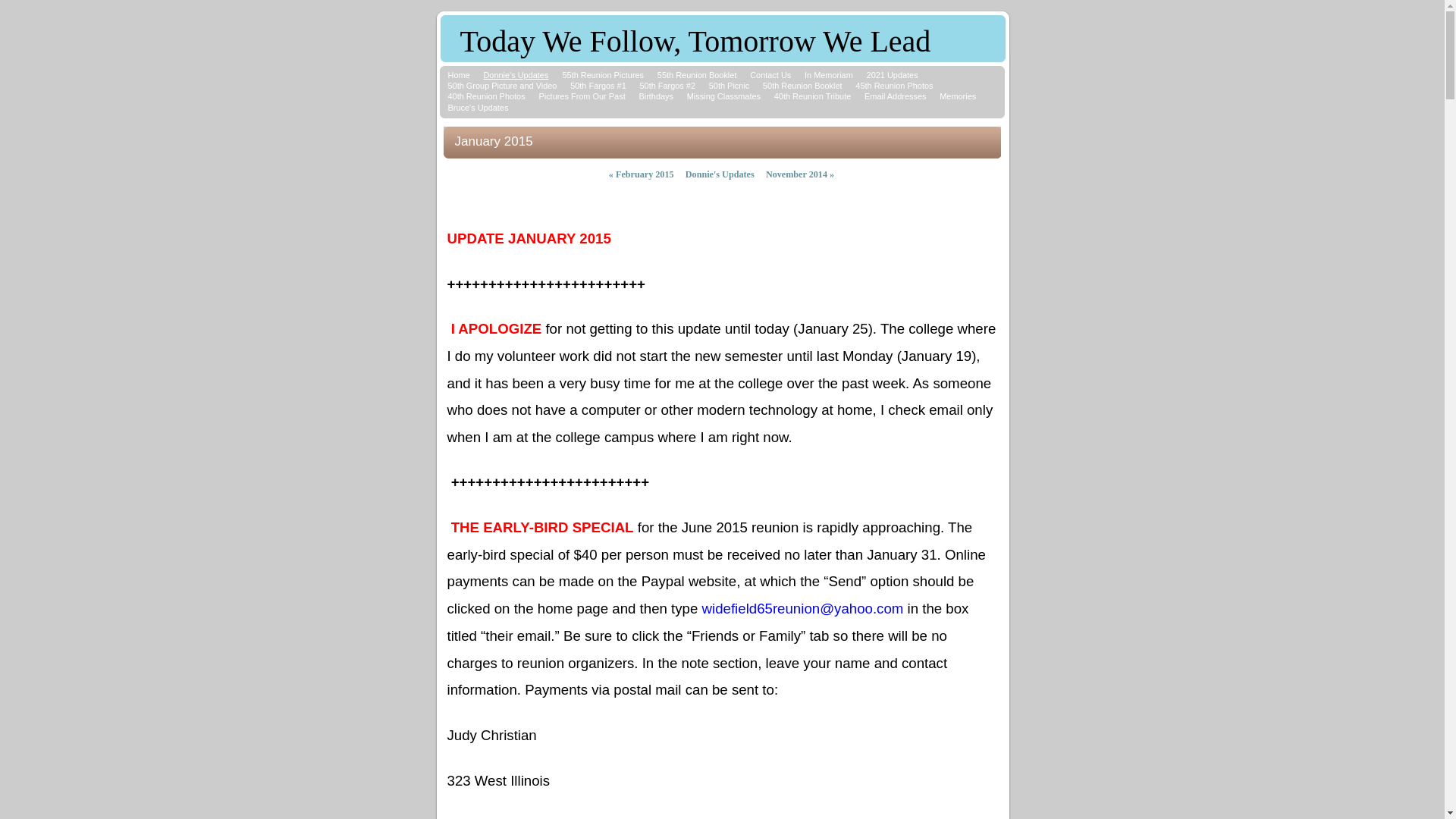  What do you see at coordinates (723, 96) in the screenshot?
I see `'Missing Classmates'` at bounding box center [723, 96].